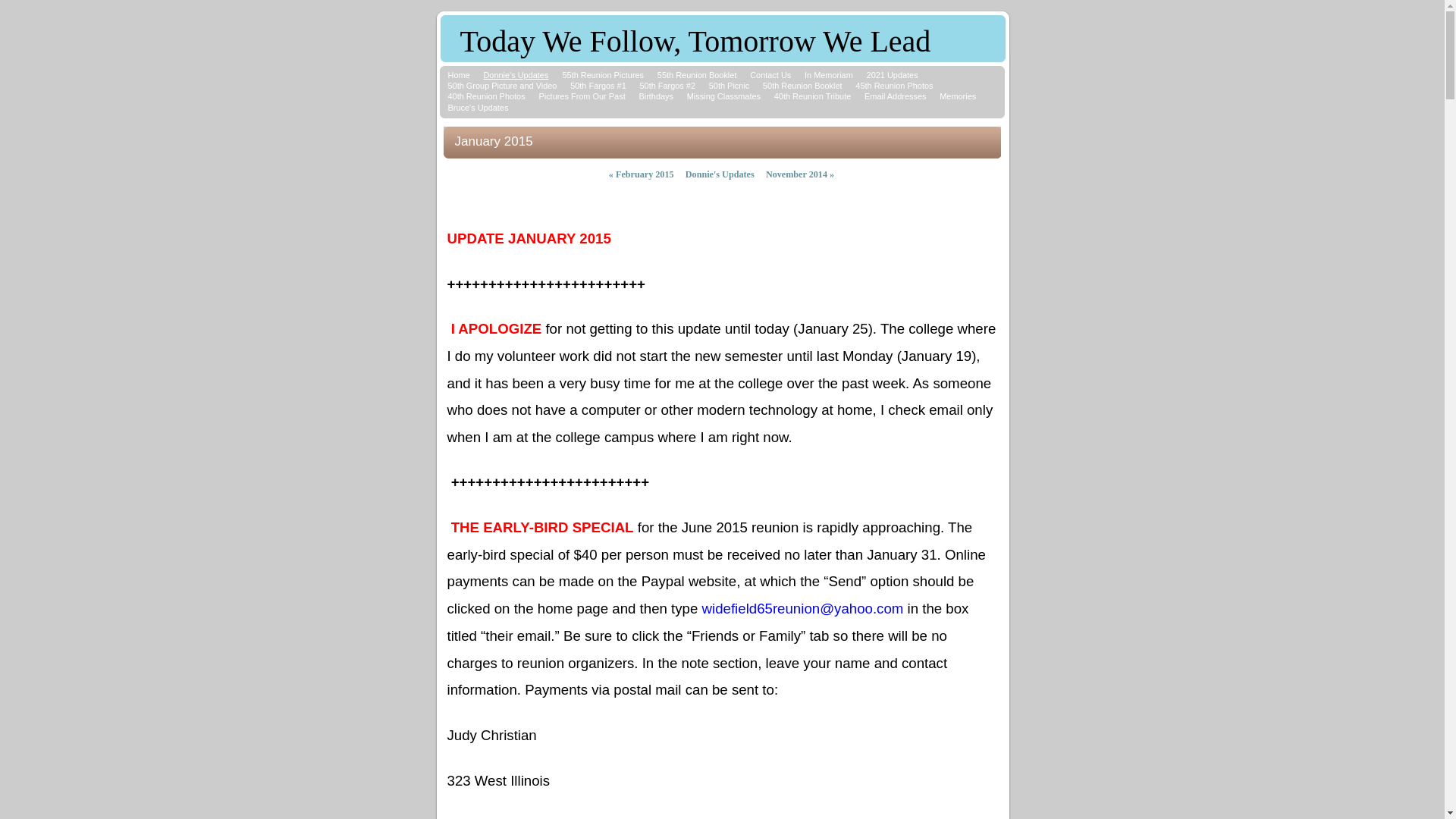  What do you see at coordinates (723, 96) in the screenshot?
I see `'Missing Classmates'` at bounding box center [723, 96].